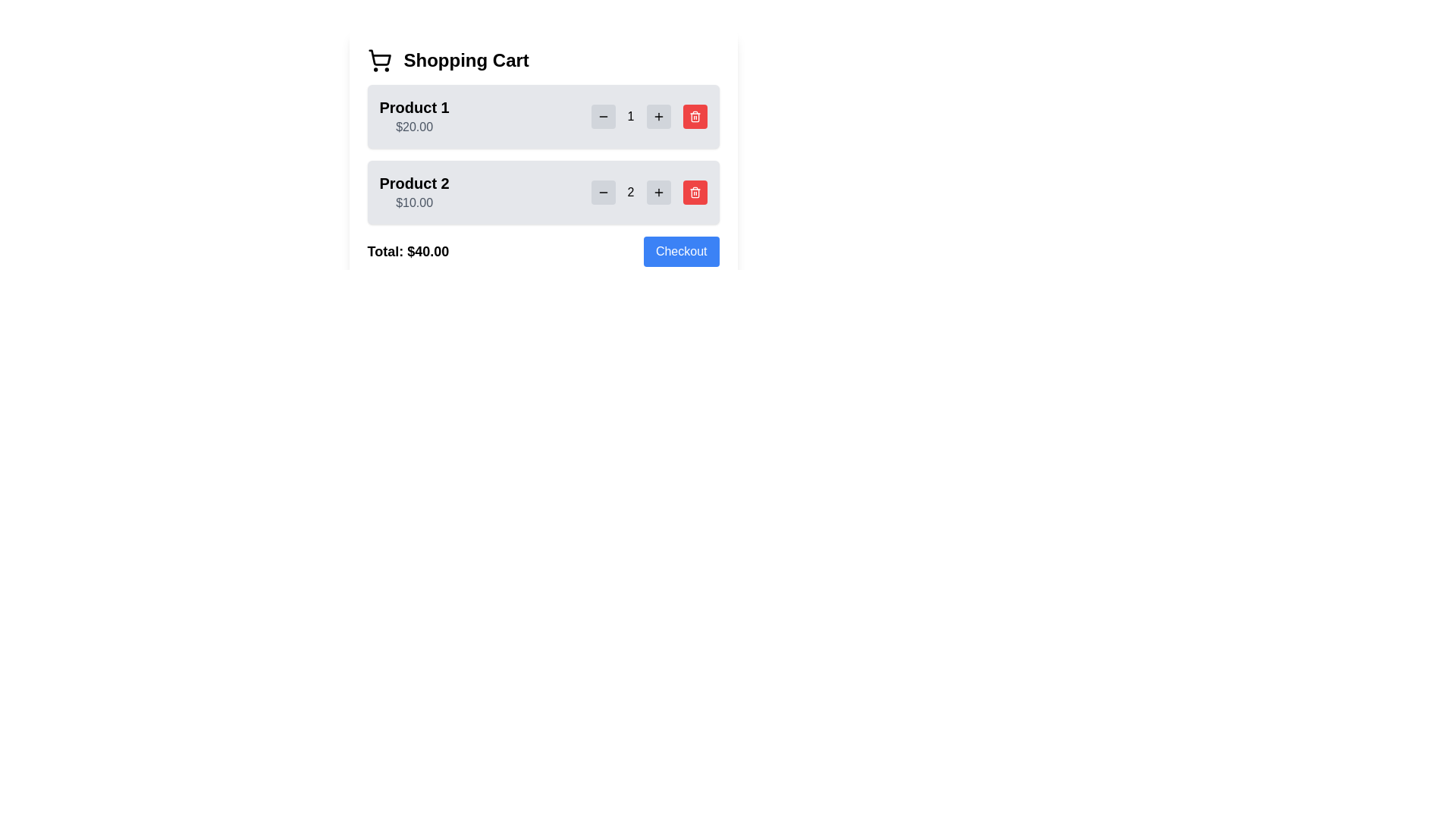  What do you see at coordinates (694, 192) in the screenshot?
I see `the red button with a trash bin icon located at the far right of the 'Product 2' section in the shopping cart` at bounding box center [694, 192].